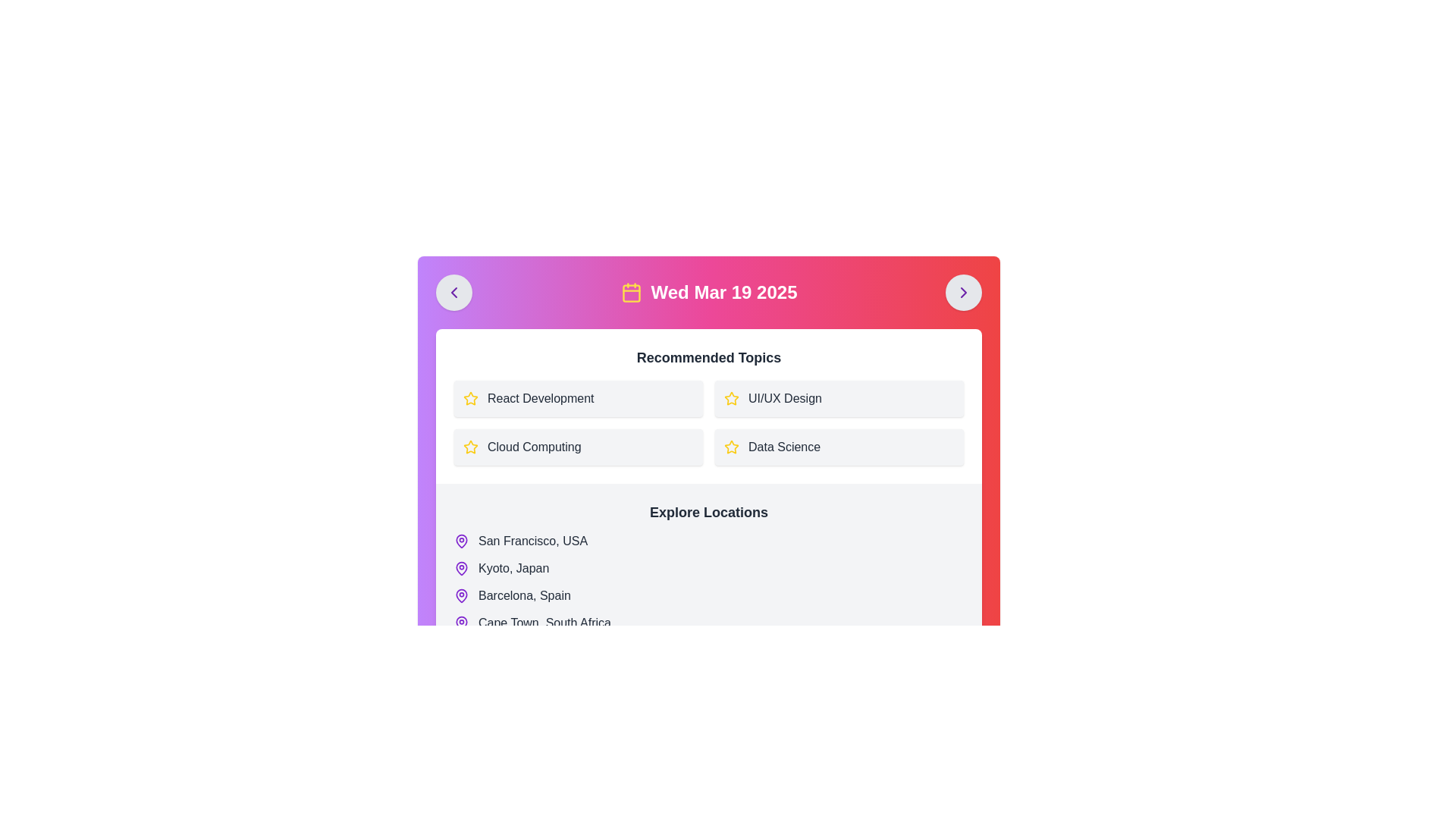 This screenshot has height=819, width=1456. Describe the element at coordinates (731, 397) in the screenshot. I see `the yellow outlined star icon` at that location.